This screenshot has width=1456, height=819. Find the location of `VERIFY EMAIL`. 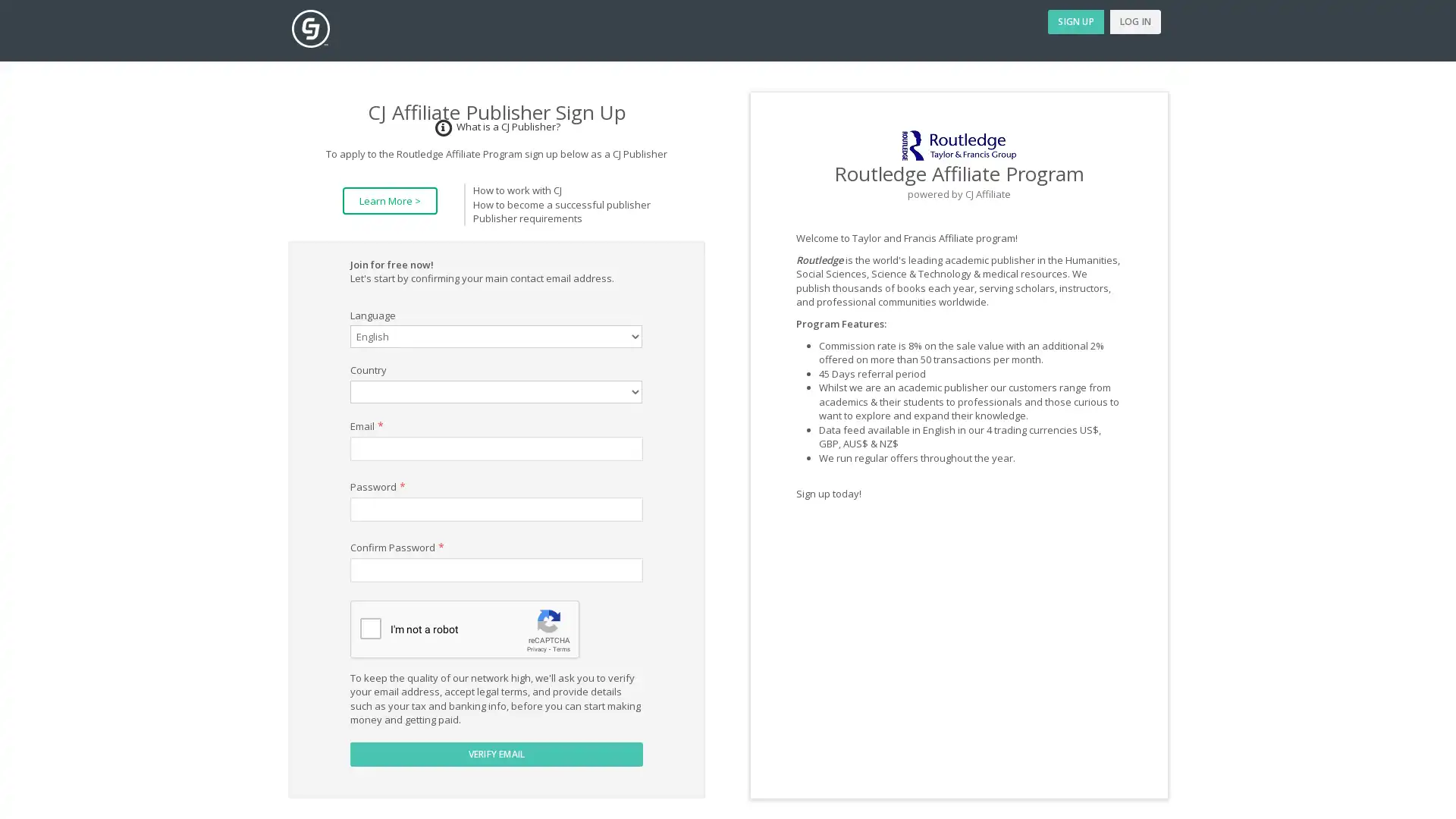

VERIFY EMAIL is located at coordinates (496, 754).